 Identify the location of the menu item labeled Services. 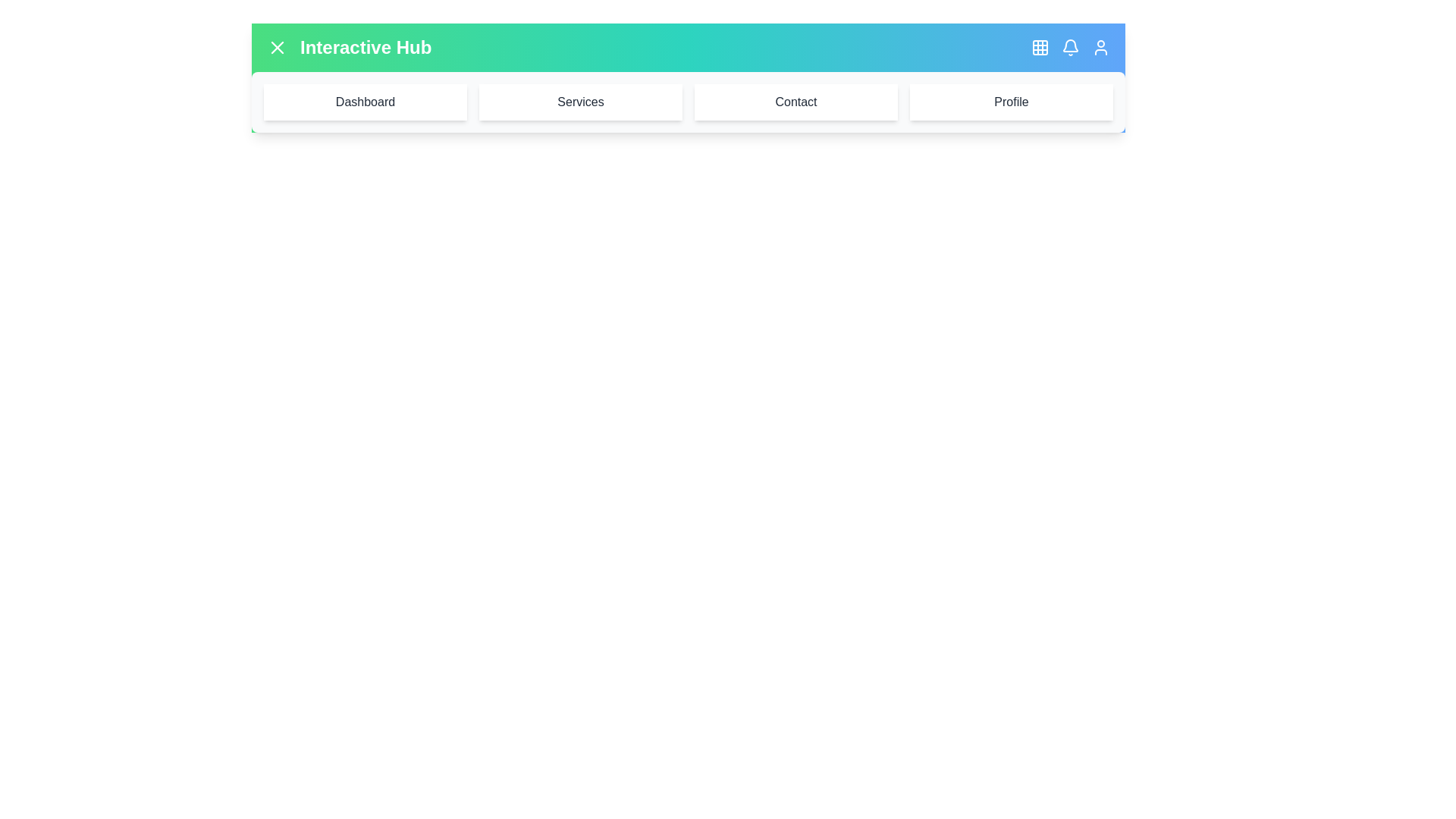
(580, 102).